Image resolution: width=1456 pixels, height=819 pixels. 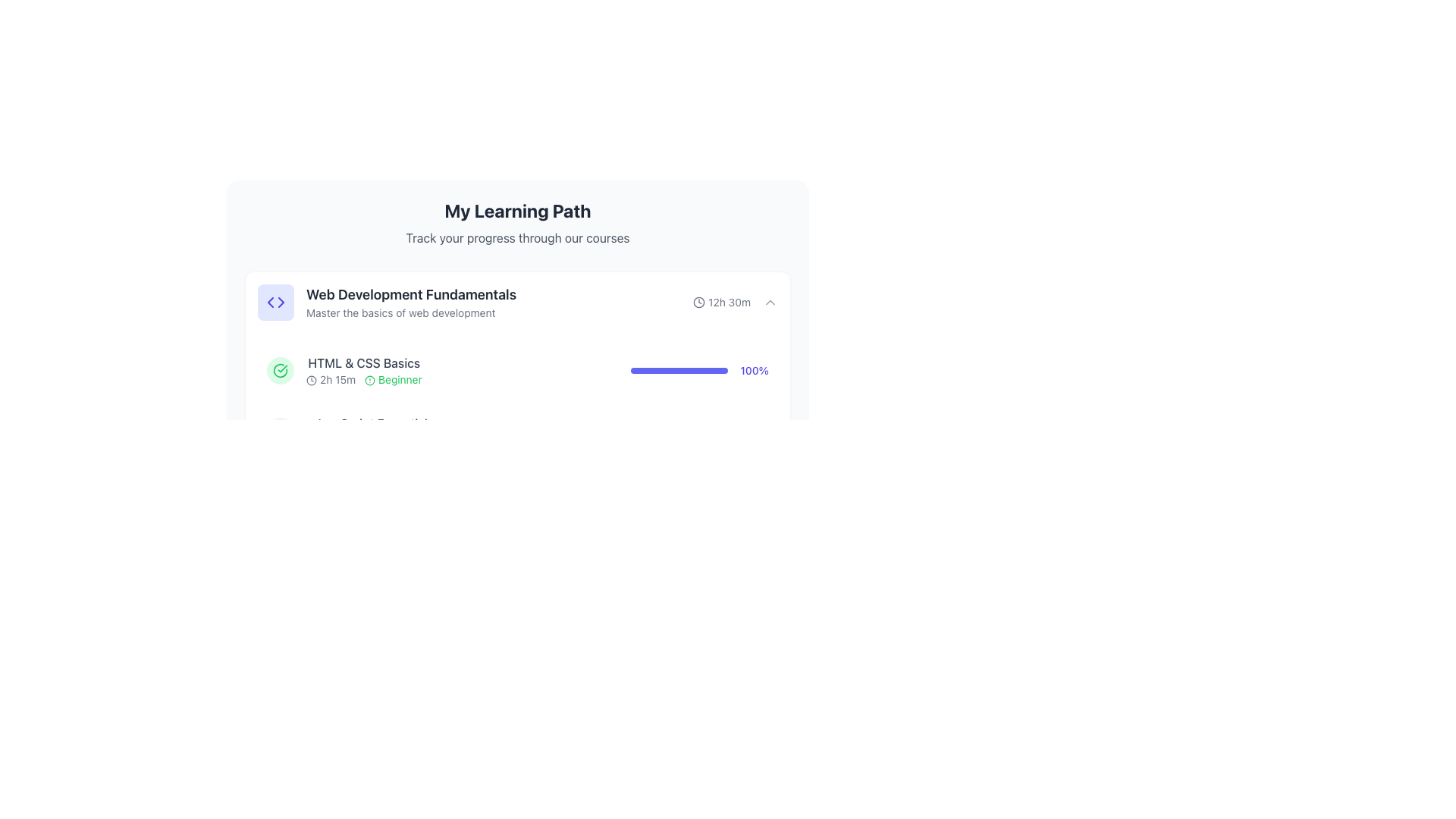 I want to click on the circular icon, which is a vector graphic element styled as a circular alert icon and positioned slightly above the center of the overall layout, so click(x=370, y=380).